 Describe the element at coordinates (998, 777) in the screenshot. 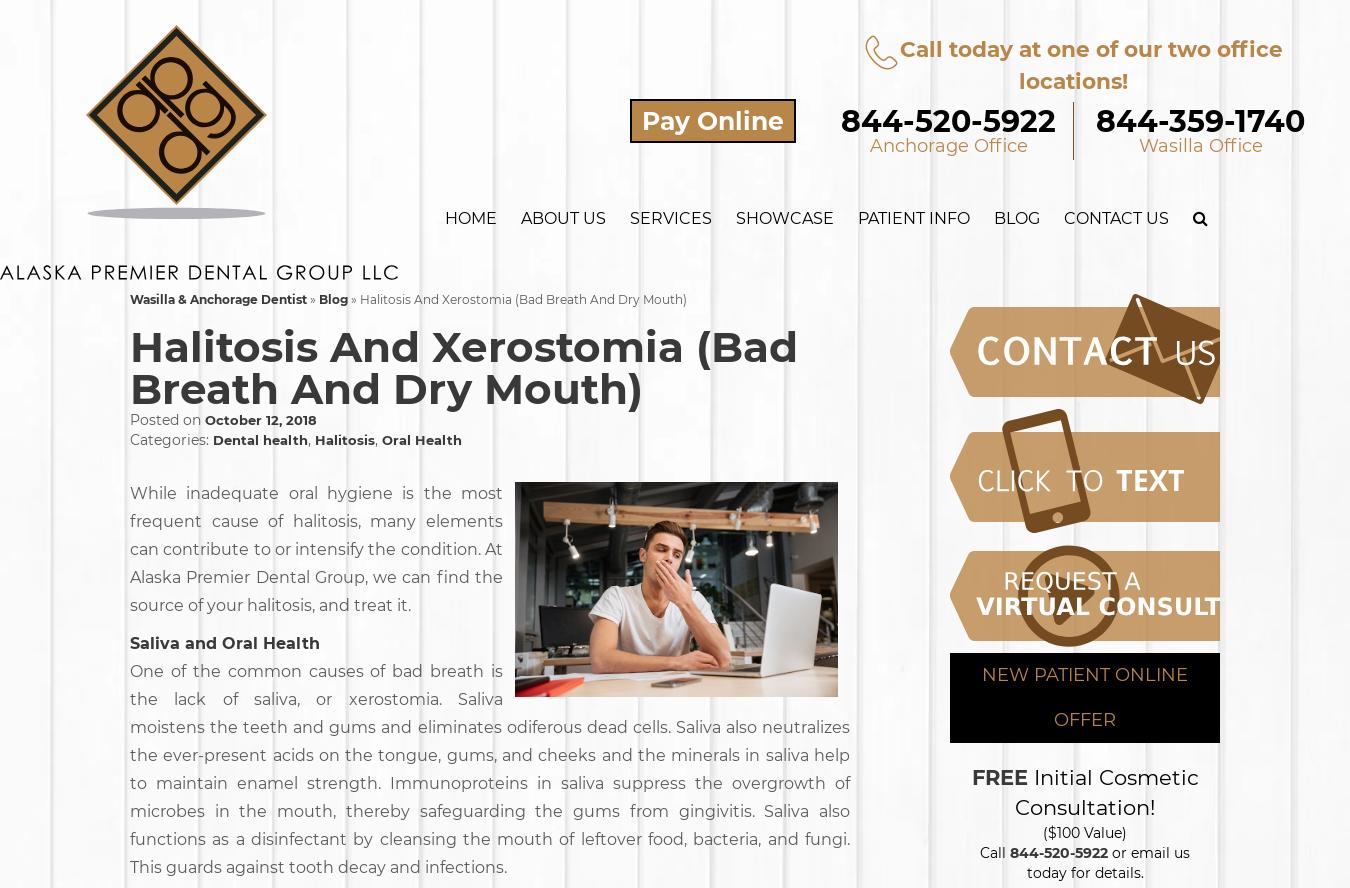

I see `'FREE'` at that location.